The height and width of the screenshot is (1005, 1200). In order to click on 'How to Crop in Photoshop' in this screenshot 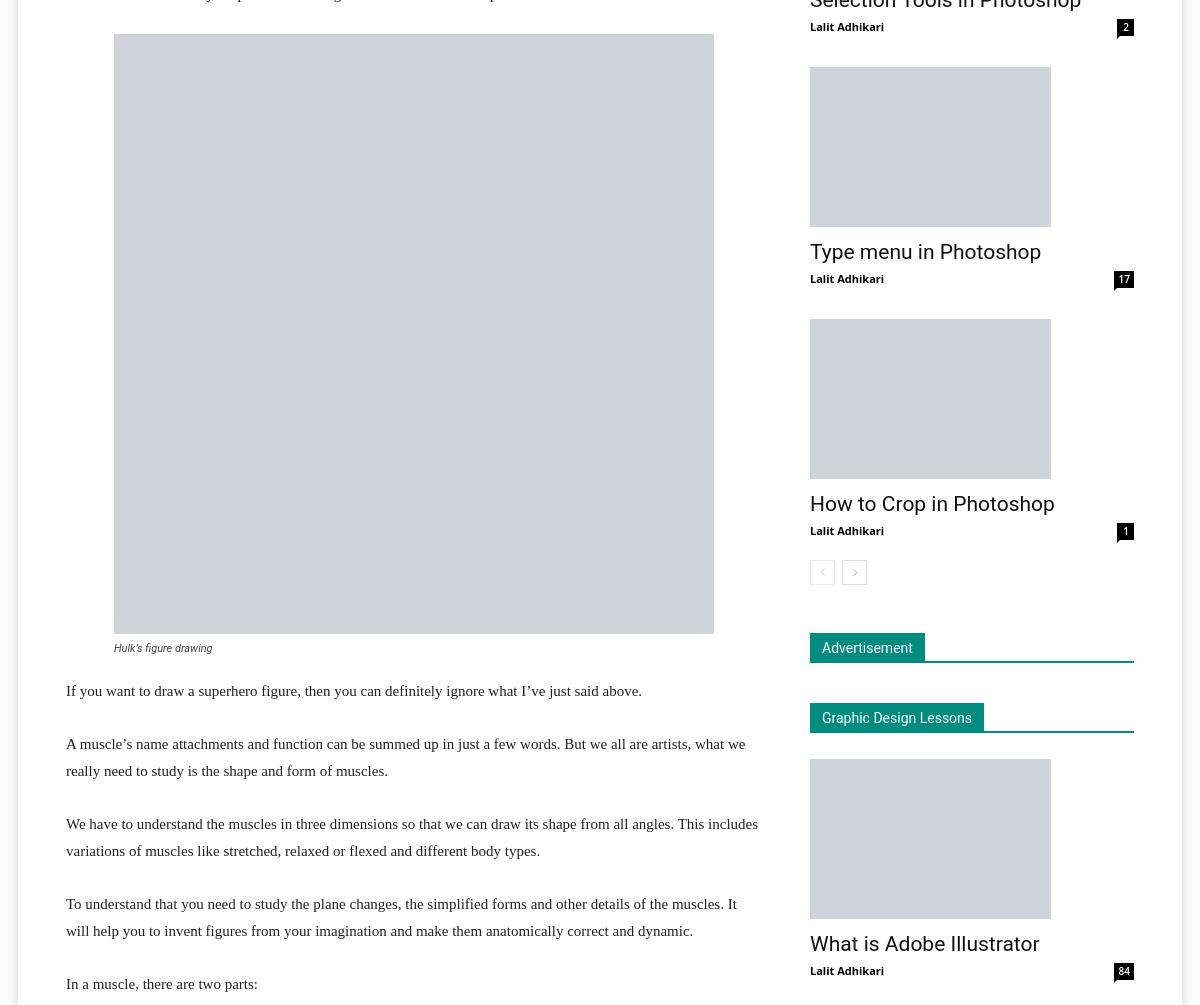, I will do `click(932, 503)`.